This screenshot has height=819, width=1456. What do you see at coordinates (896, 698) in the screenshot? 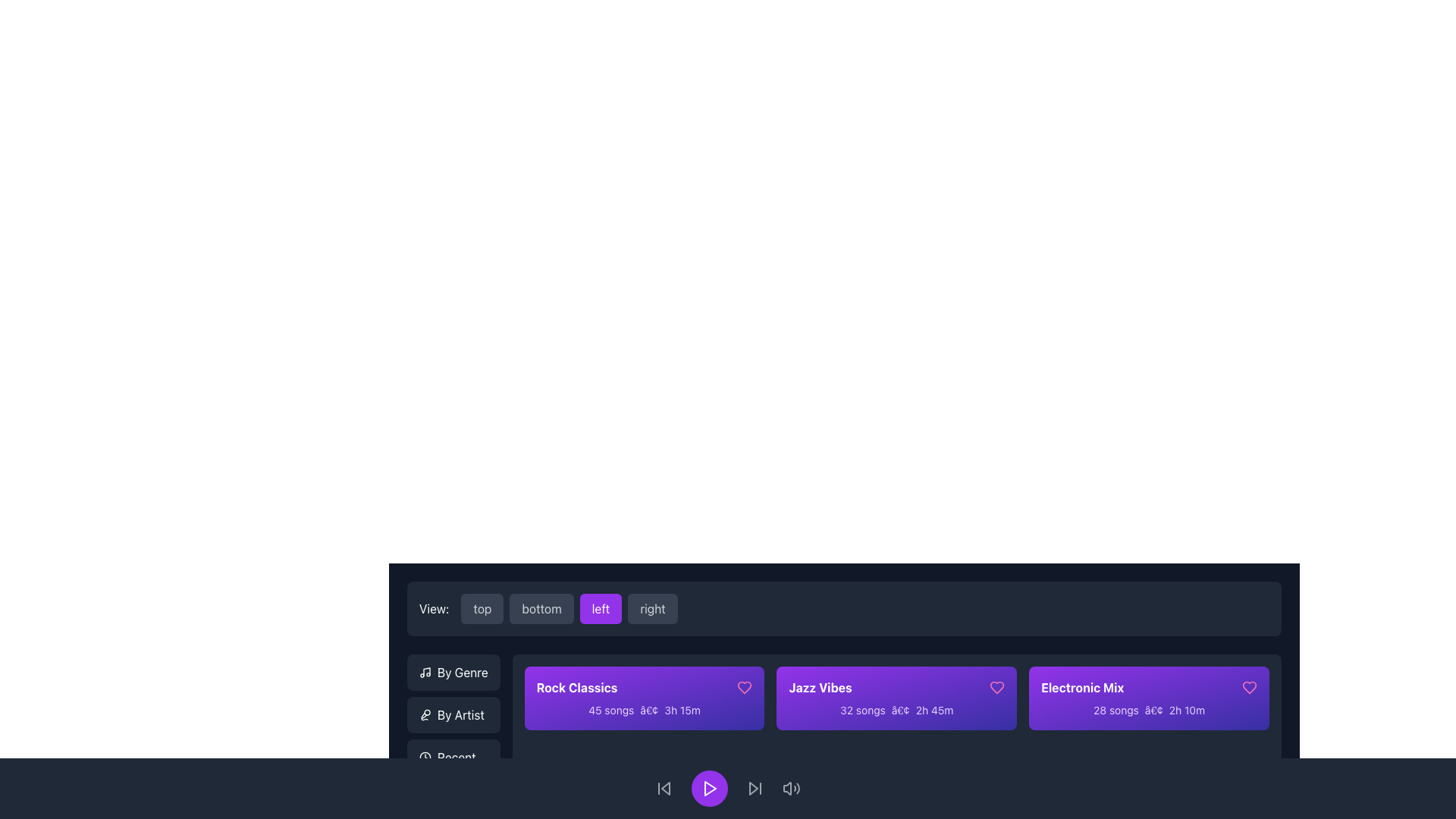
I see `the second card in the playlist information display labeled 'Jazz Vibes'` at bounding box center [896, 698].